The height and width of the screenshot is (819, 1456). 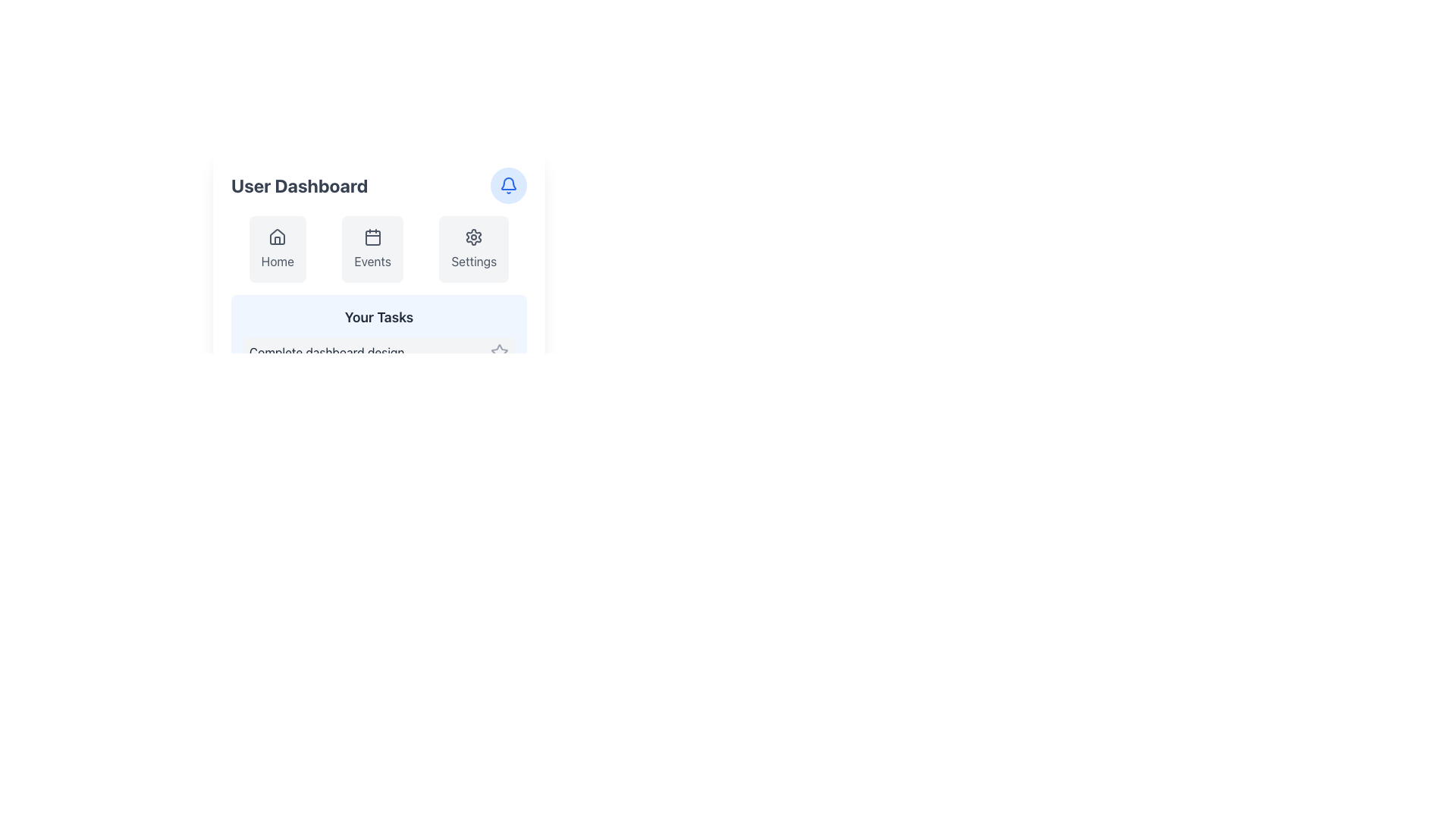 What do you see at coordinates (278, 248) in the screenshot?
I see `the Button-like navigation card located at the top-left corner of the interface to activate hover effects` at bounding box center [278, 248].